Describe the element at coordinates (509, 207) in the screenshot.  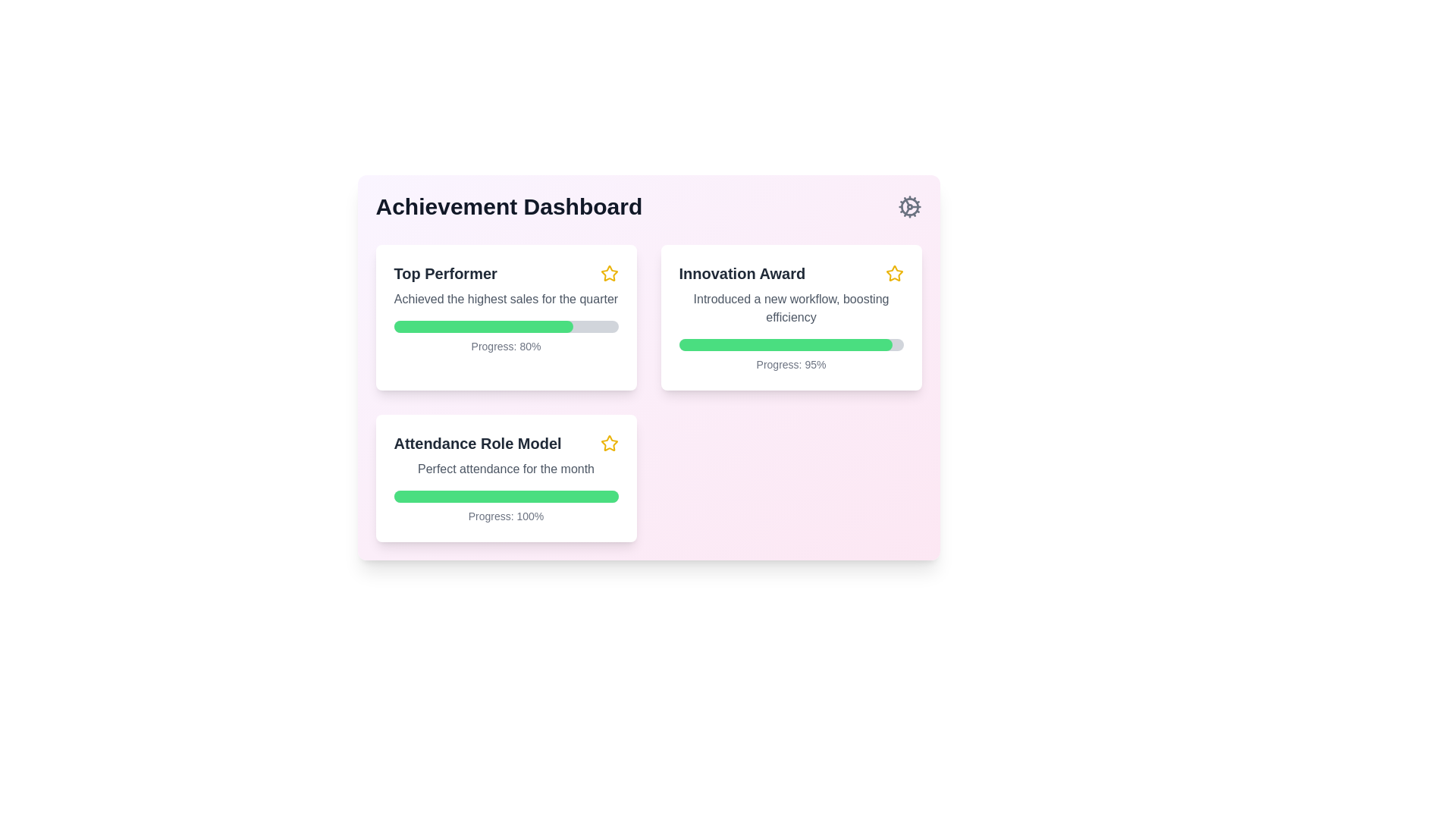
I see `the 'Achievement Dashboard' heading located at the top-left corner of the interface, styled with large bold font in dark gray color` at that location.